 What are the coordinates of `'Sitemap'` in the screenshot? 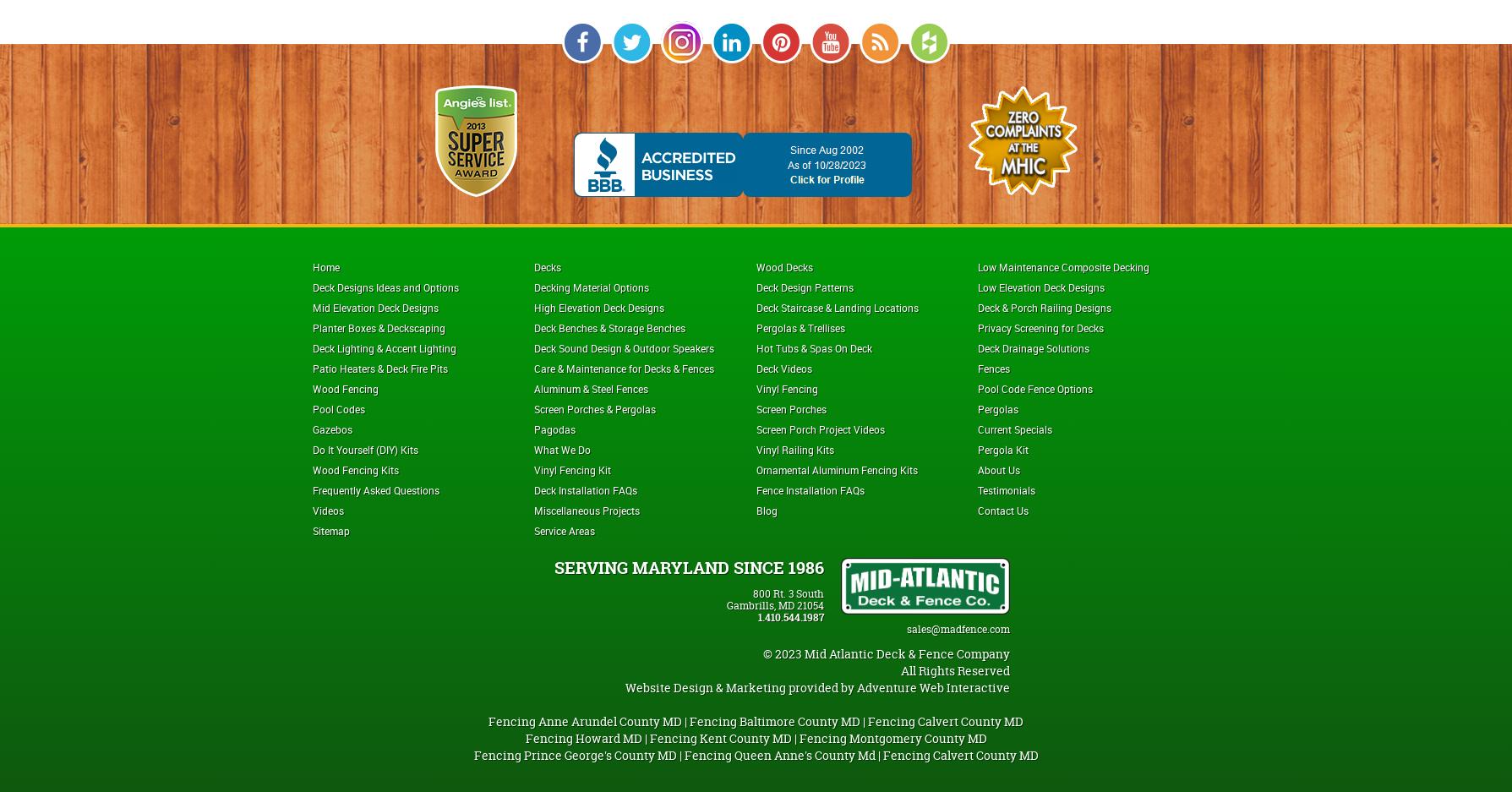 It's located at (311, 530).